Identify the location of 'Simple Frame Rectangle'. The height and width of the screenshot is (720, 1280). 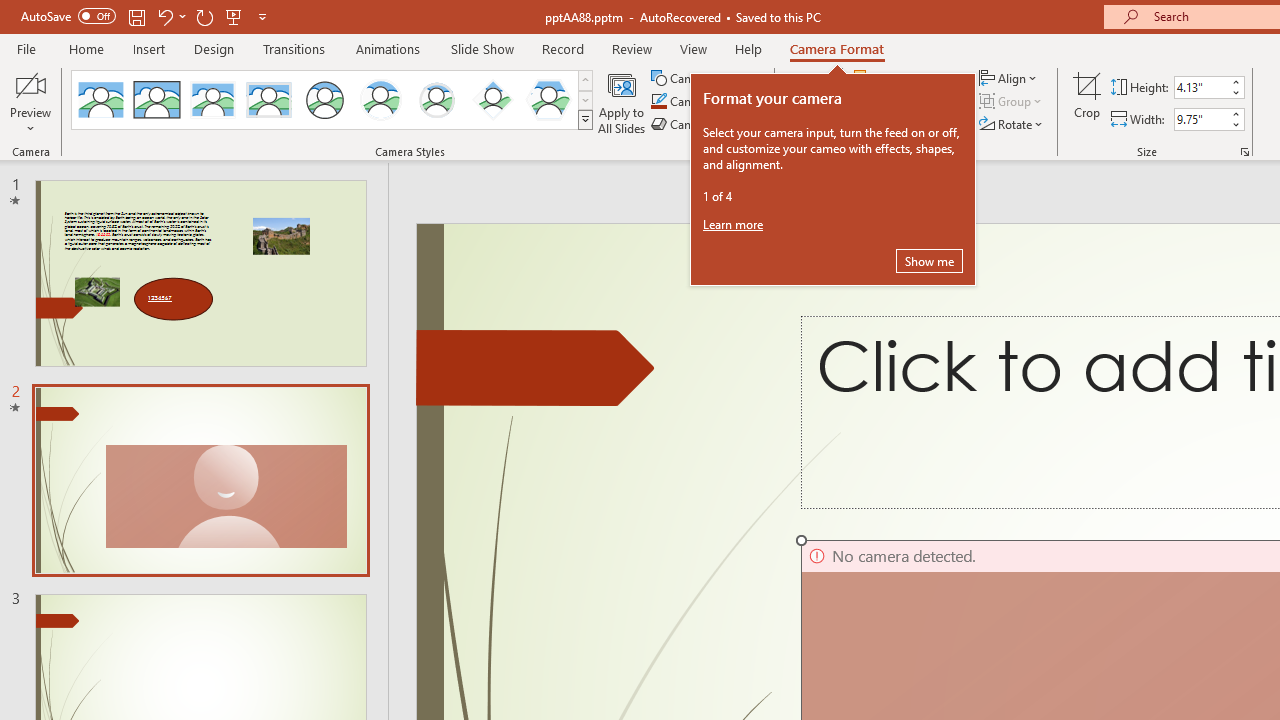
(156, 100).